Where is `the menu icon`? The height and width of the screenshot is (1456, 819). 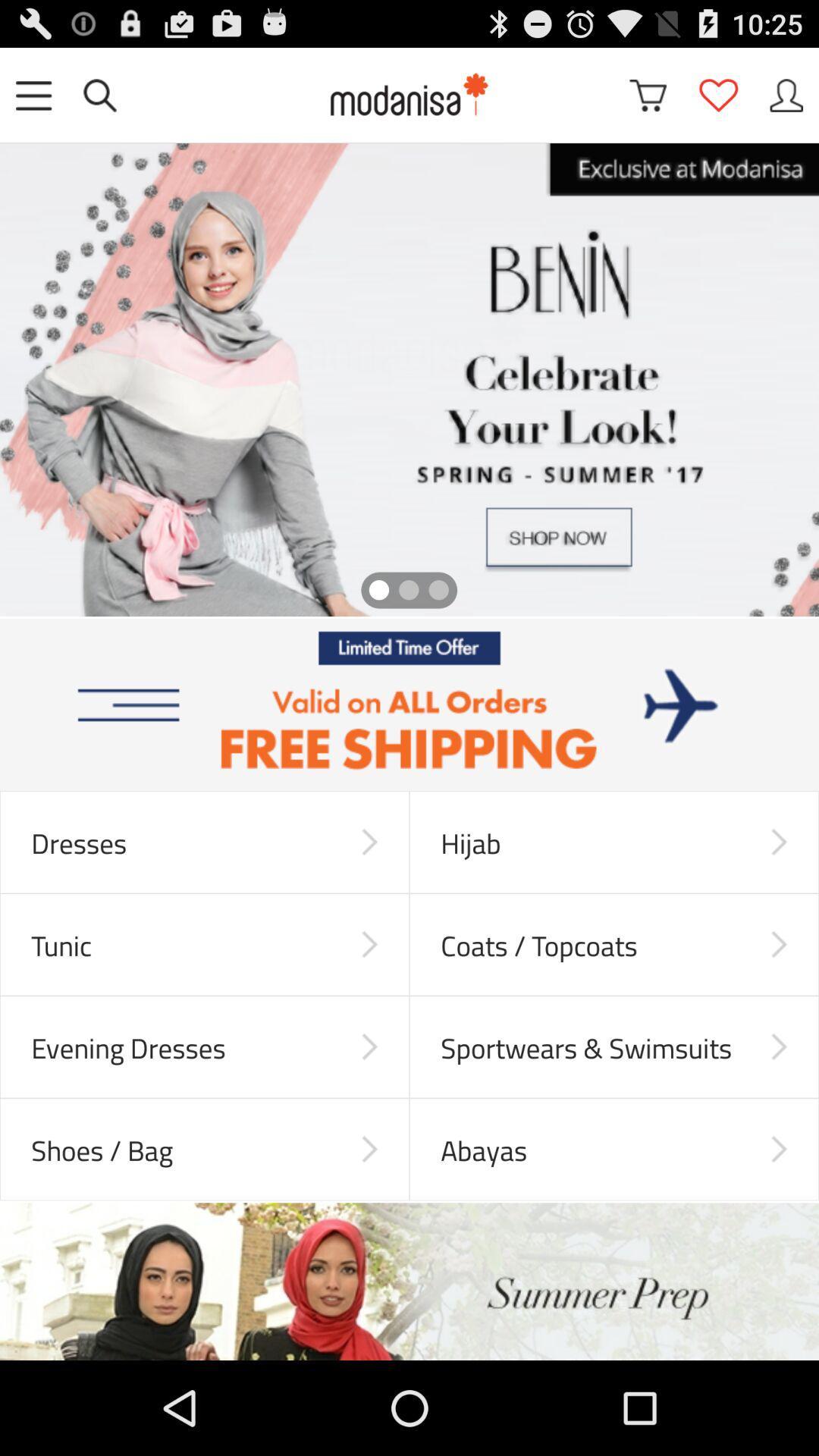
the menu icon is located at coordinates (33, 101).